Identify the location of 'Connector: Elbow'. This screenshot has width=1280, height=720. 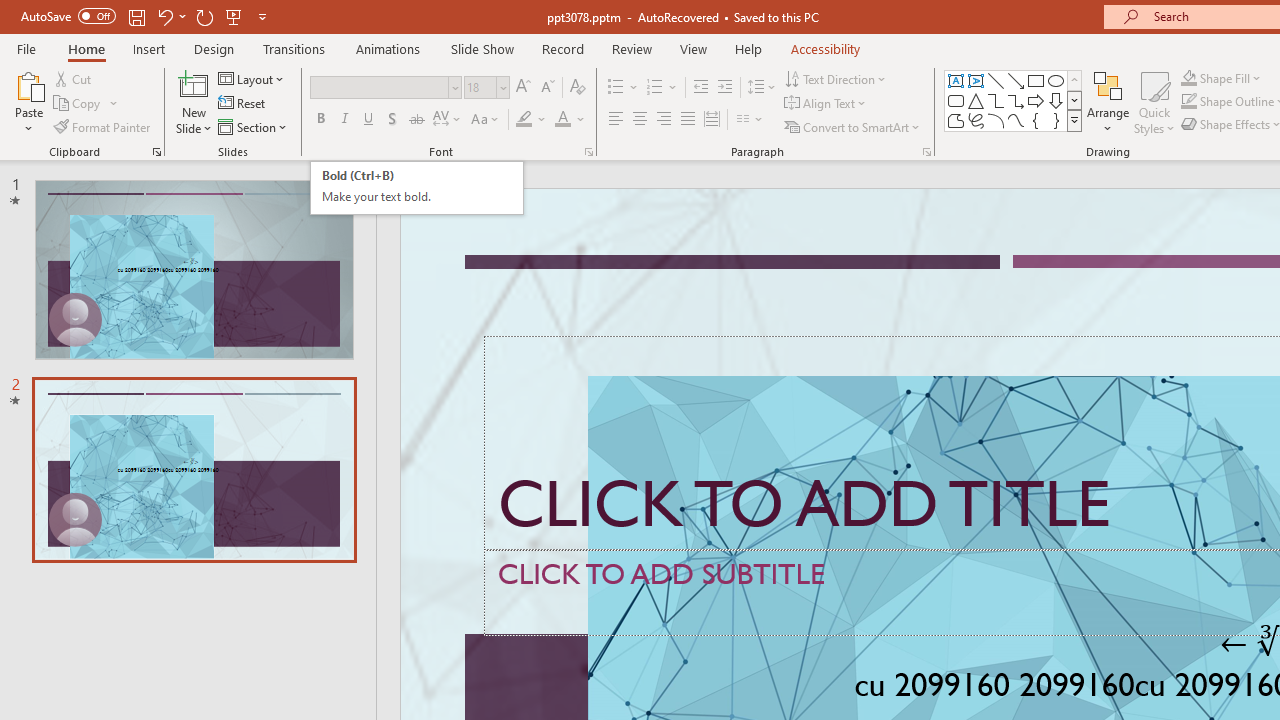
(995, 100).